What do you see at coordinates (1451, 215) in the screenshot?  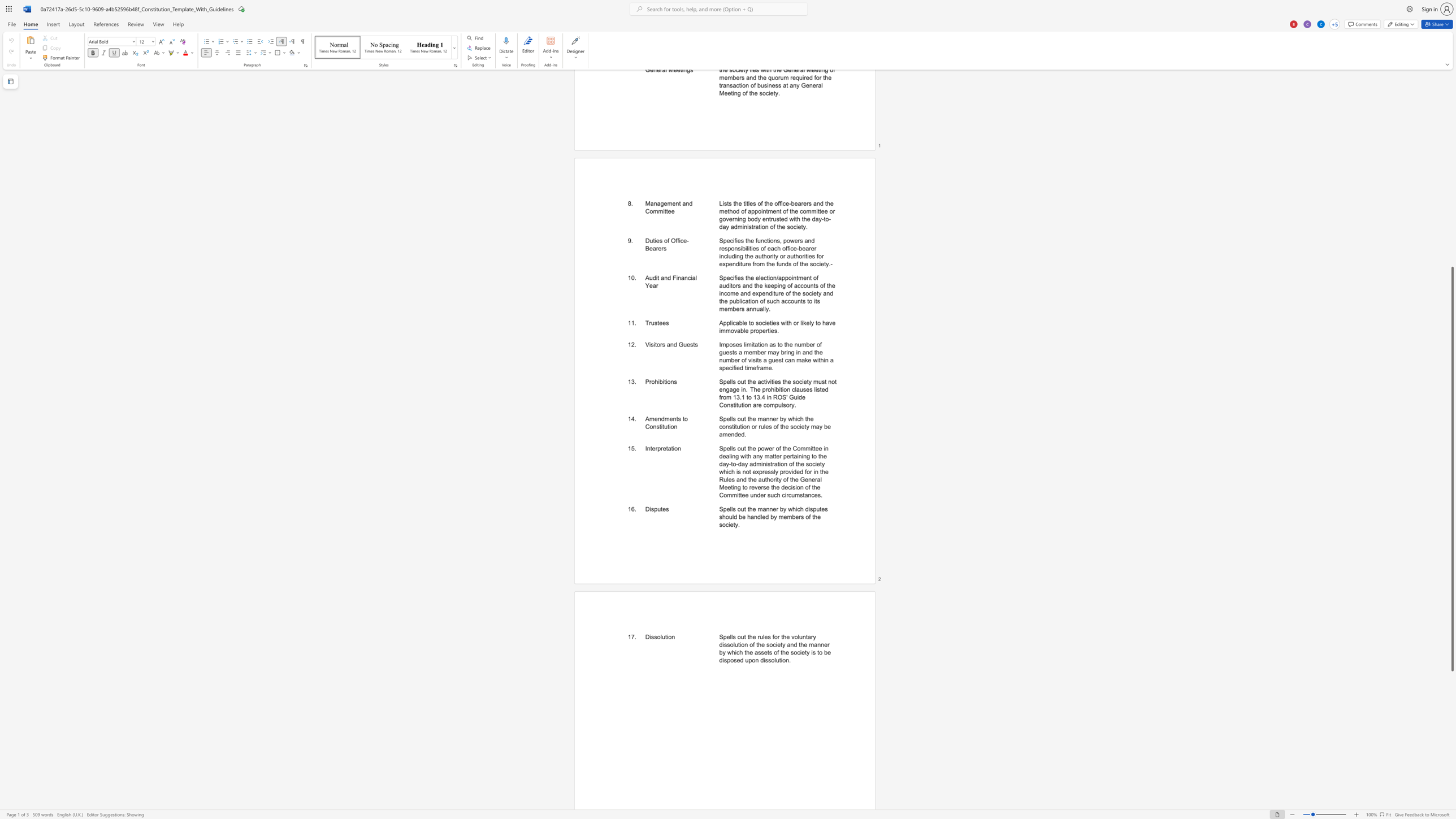 I see `the scrollbar to move the page up` at bounding box center [1451, 215].